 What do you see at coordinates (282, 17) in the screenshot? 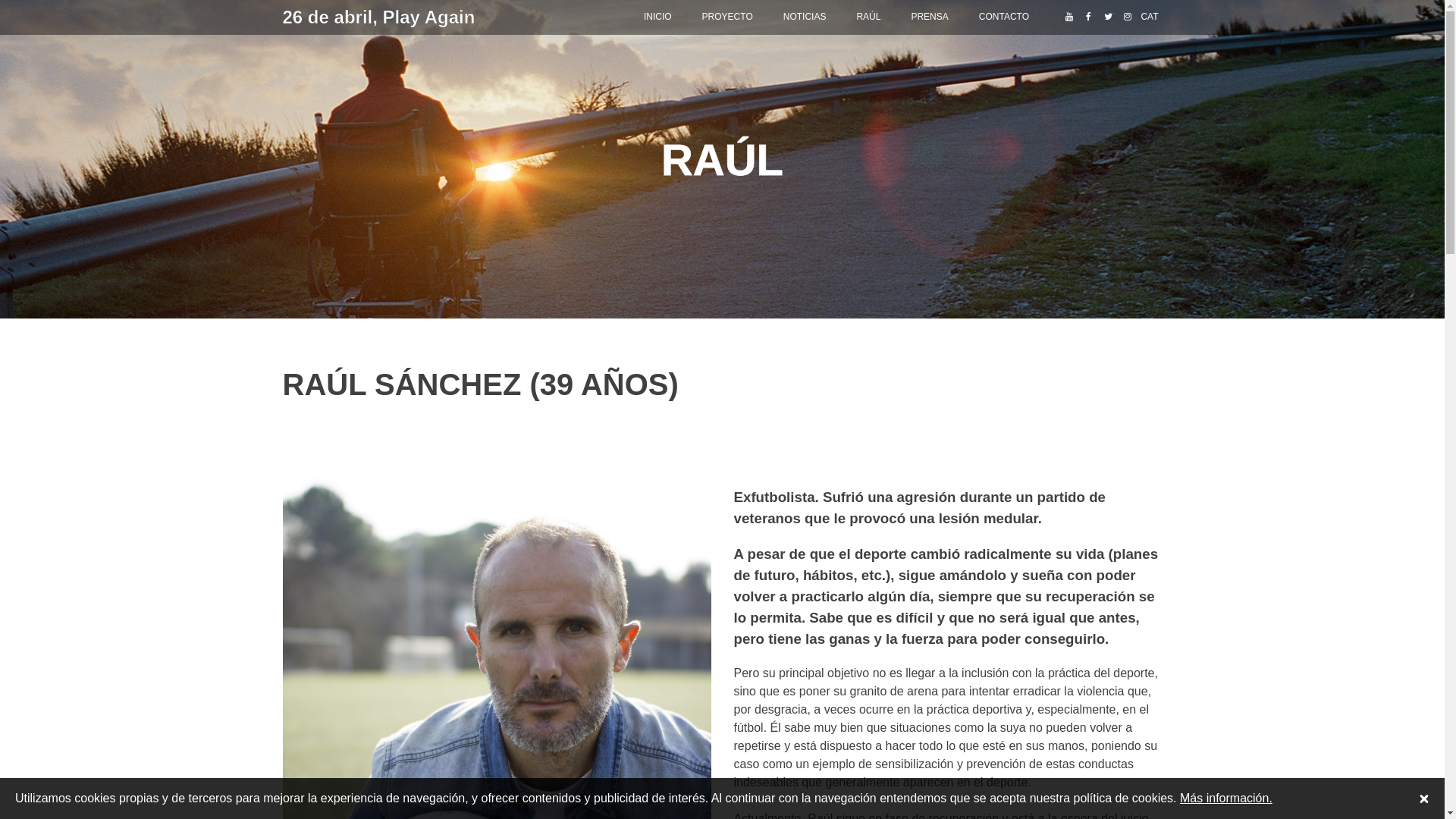
I see `'26 de abril, Play Again'` at bounding box center [282, 17].